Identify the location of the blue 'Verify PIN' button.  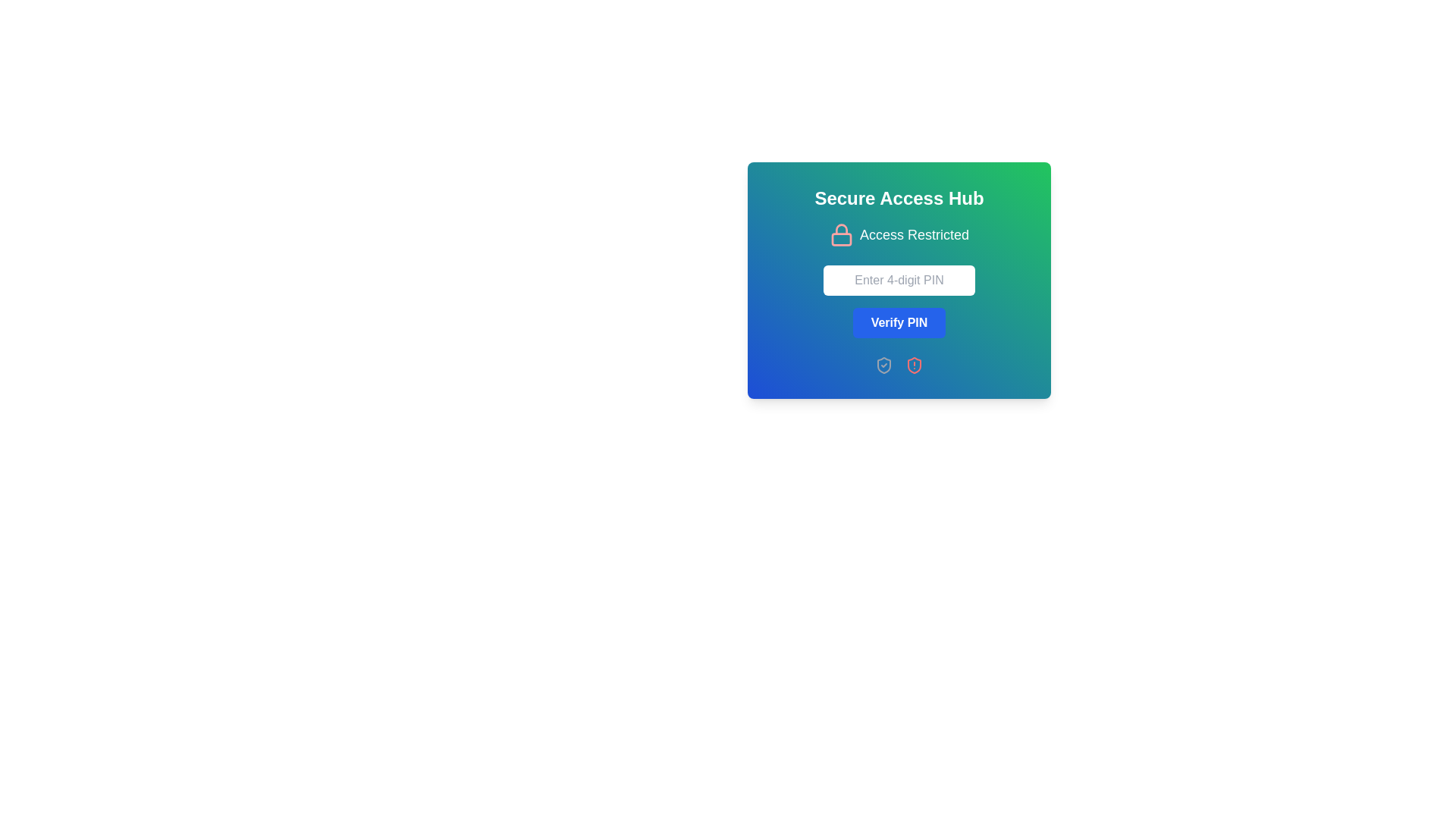
(899, 322).